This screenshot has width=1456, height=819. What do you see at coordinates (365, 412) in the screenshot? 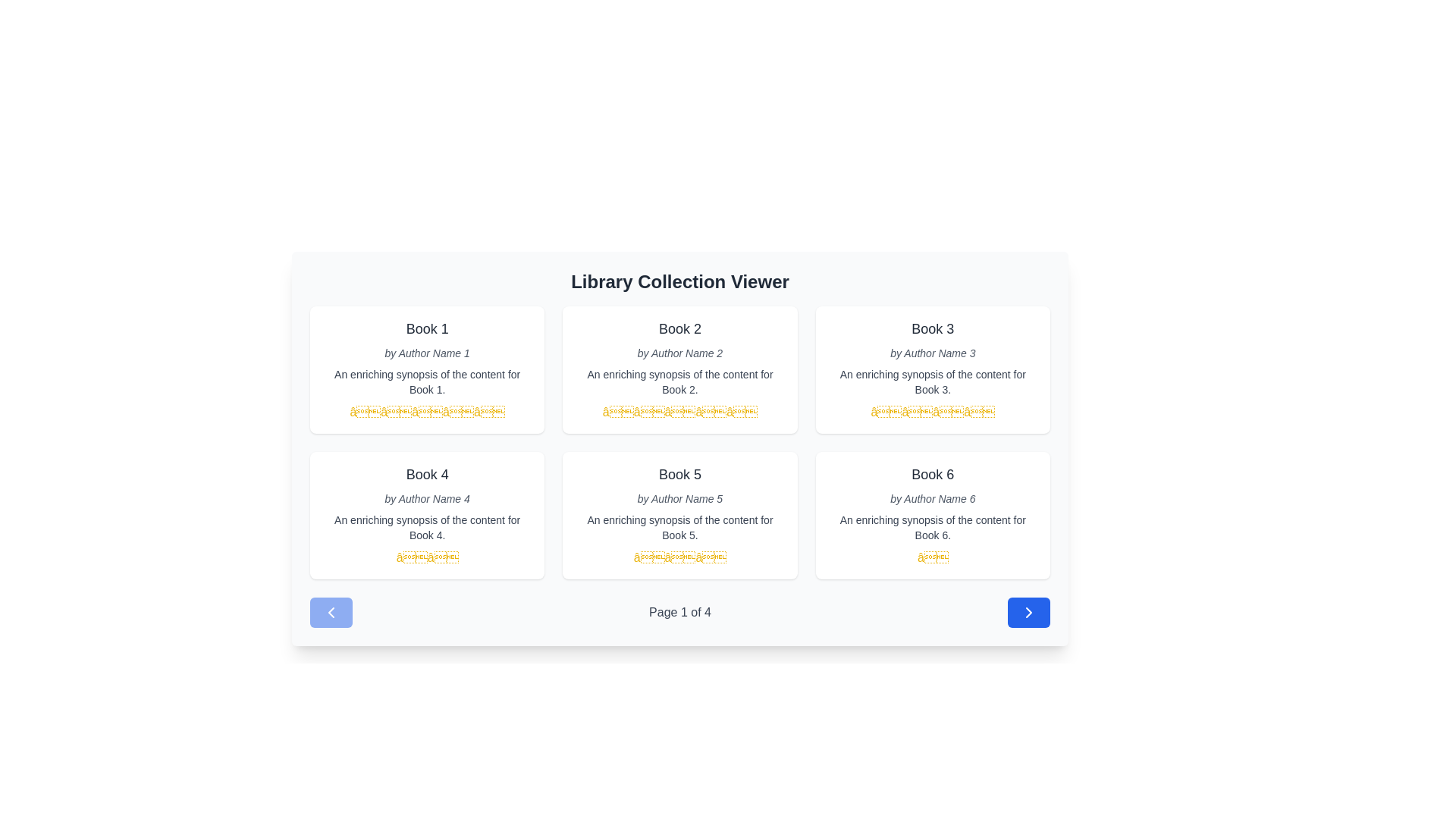
I see `the first yellow star icon, which represents the rating for 'Book 1', located below its description text in the library collection view` at bounding box center [365, 412].